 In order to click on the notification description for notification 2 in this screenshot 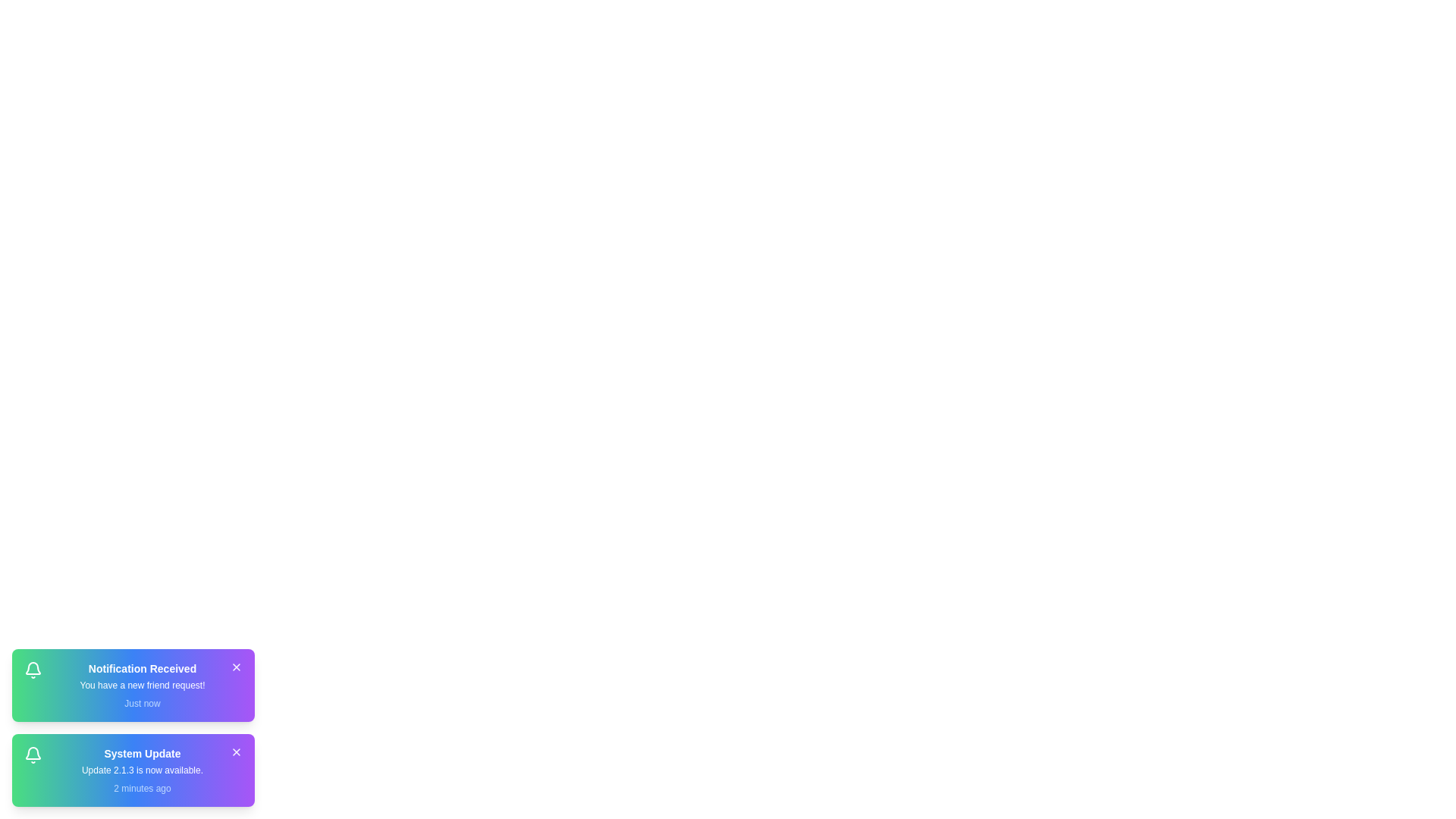, I will do `click(142, 770)`.